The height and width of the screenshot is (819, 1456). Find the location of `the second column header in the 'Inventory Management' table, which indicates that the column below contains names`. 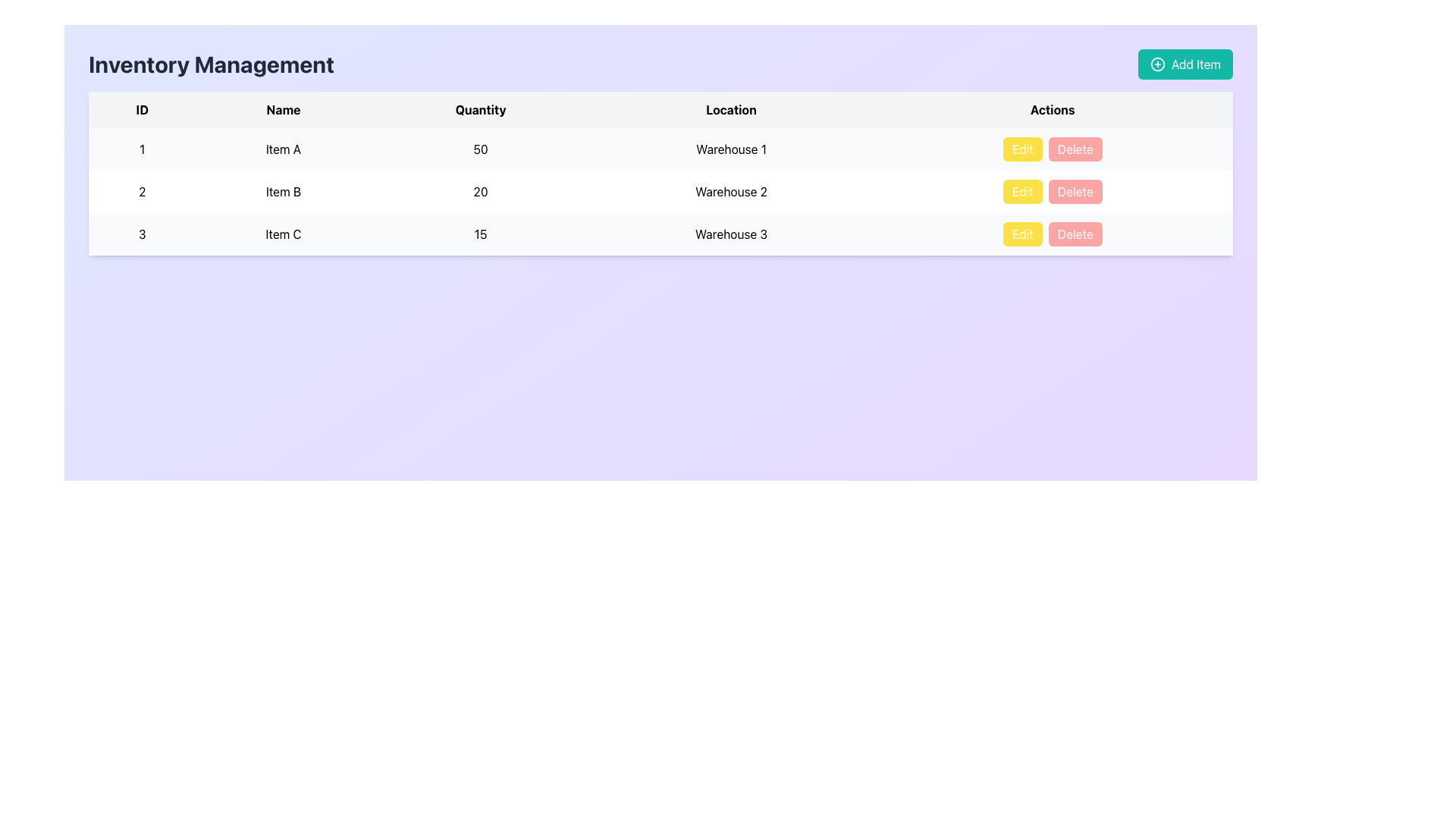

the second column header in the 'Inventory Management' table, which indicates that the column below contains names is located at coordinates (284, 109).